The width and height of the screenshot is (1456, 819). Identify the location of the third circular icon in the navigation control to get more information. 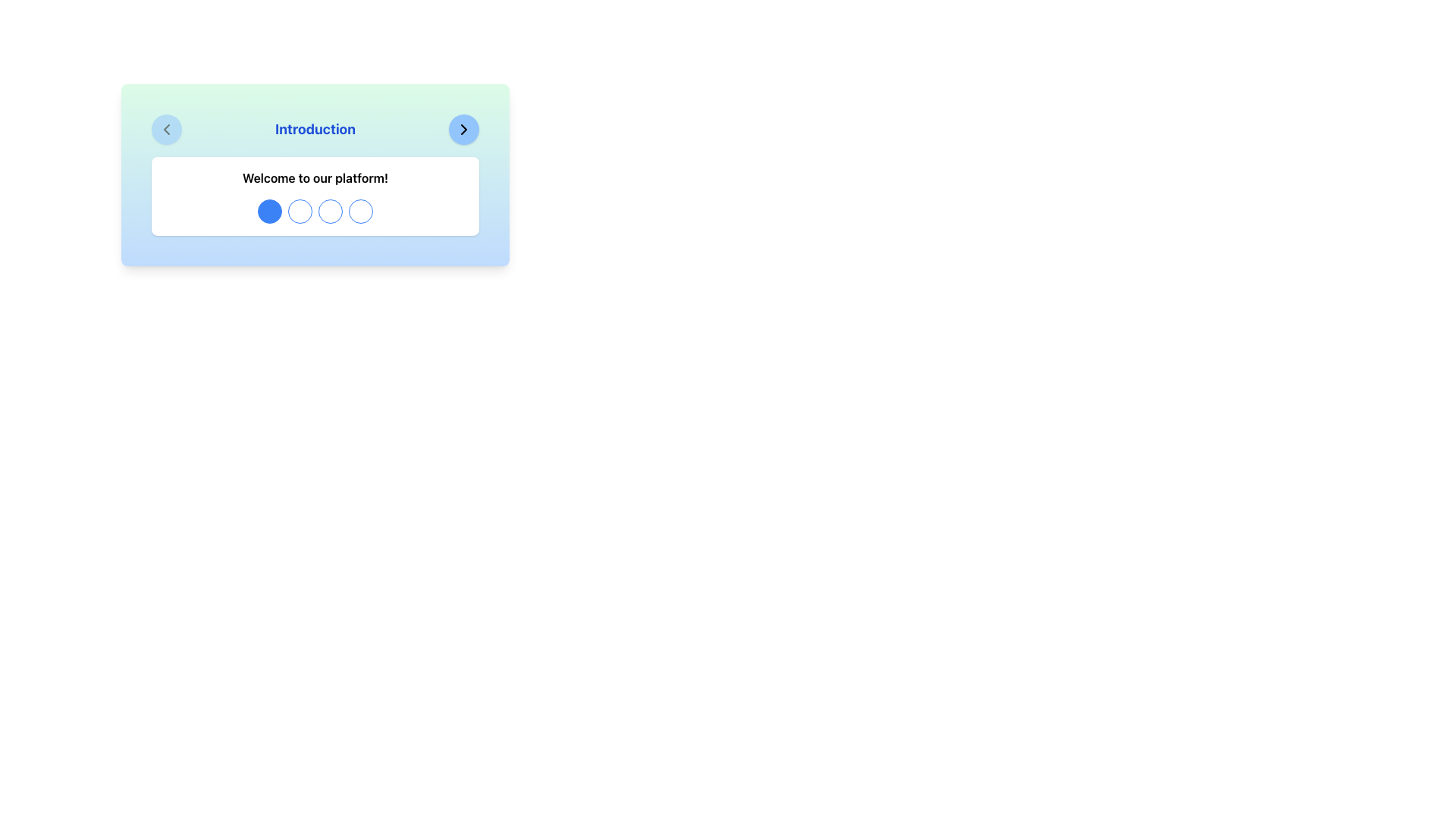
(330, 211).